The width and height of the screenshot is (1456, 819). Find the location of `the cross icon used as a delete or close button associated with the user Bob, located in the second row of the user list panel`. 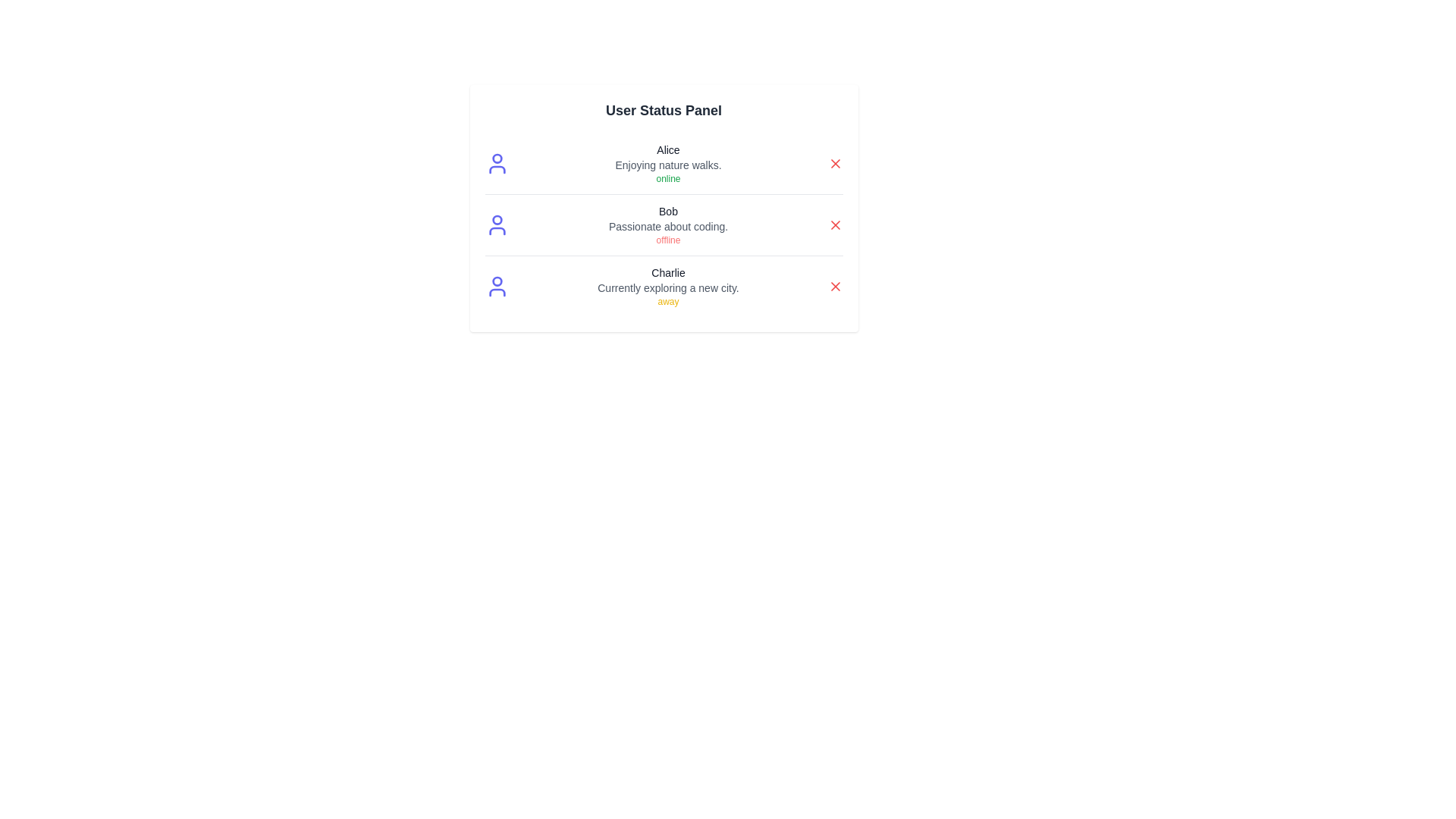

the cross icon used as a delete or close button associated with the user Bob, located in the second row of the user list panel is located at coordinates (834, 225).